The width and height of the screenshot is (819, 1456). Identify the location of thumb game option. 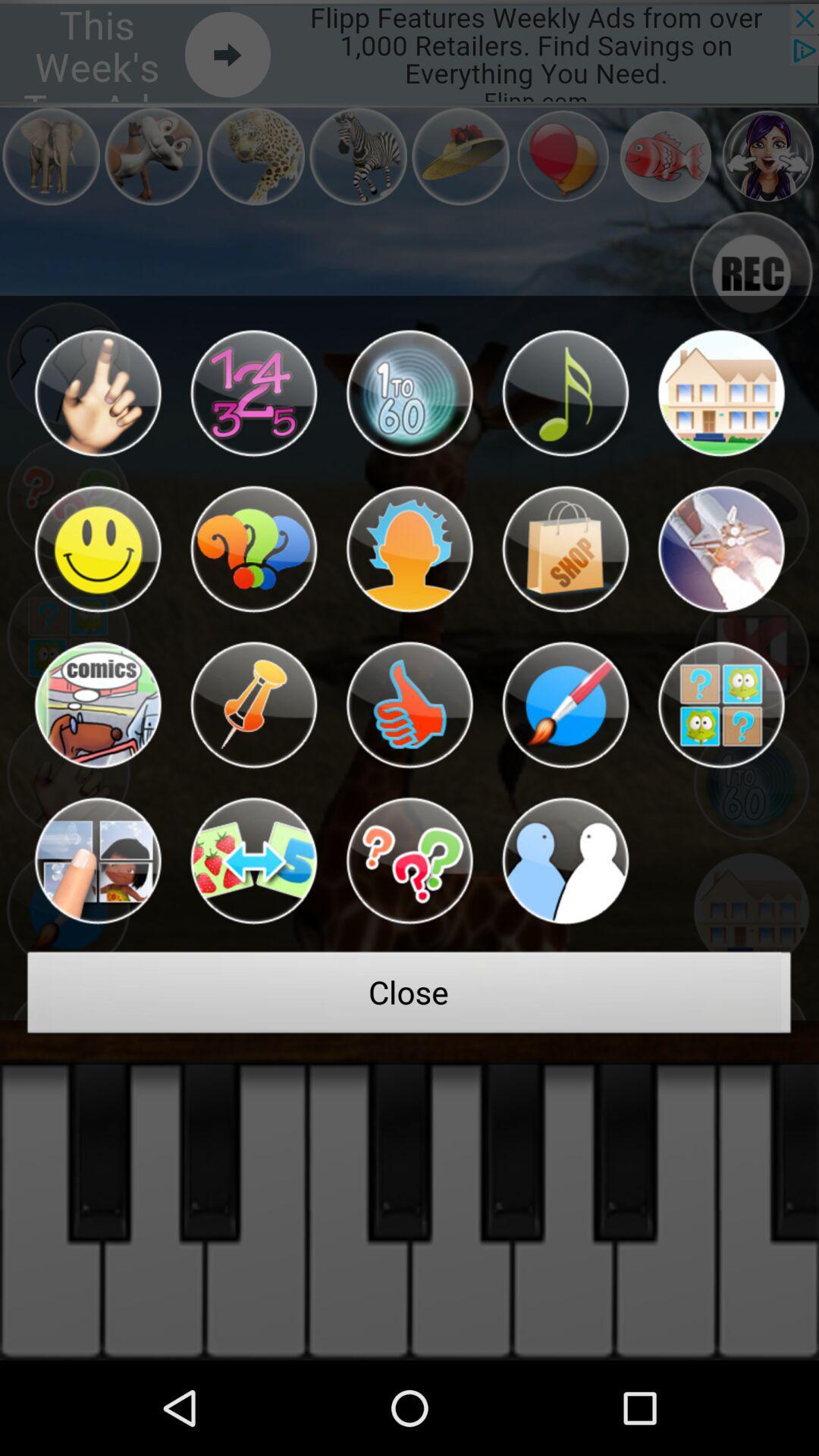
(409, 704).